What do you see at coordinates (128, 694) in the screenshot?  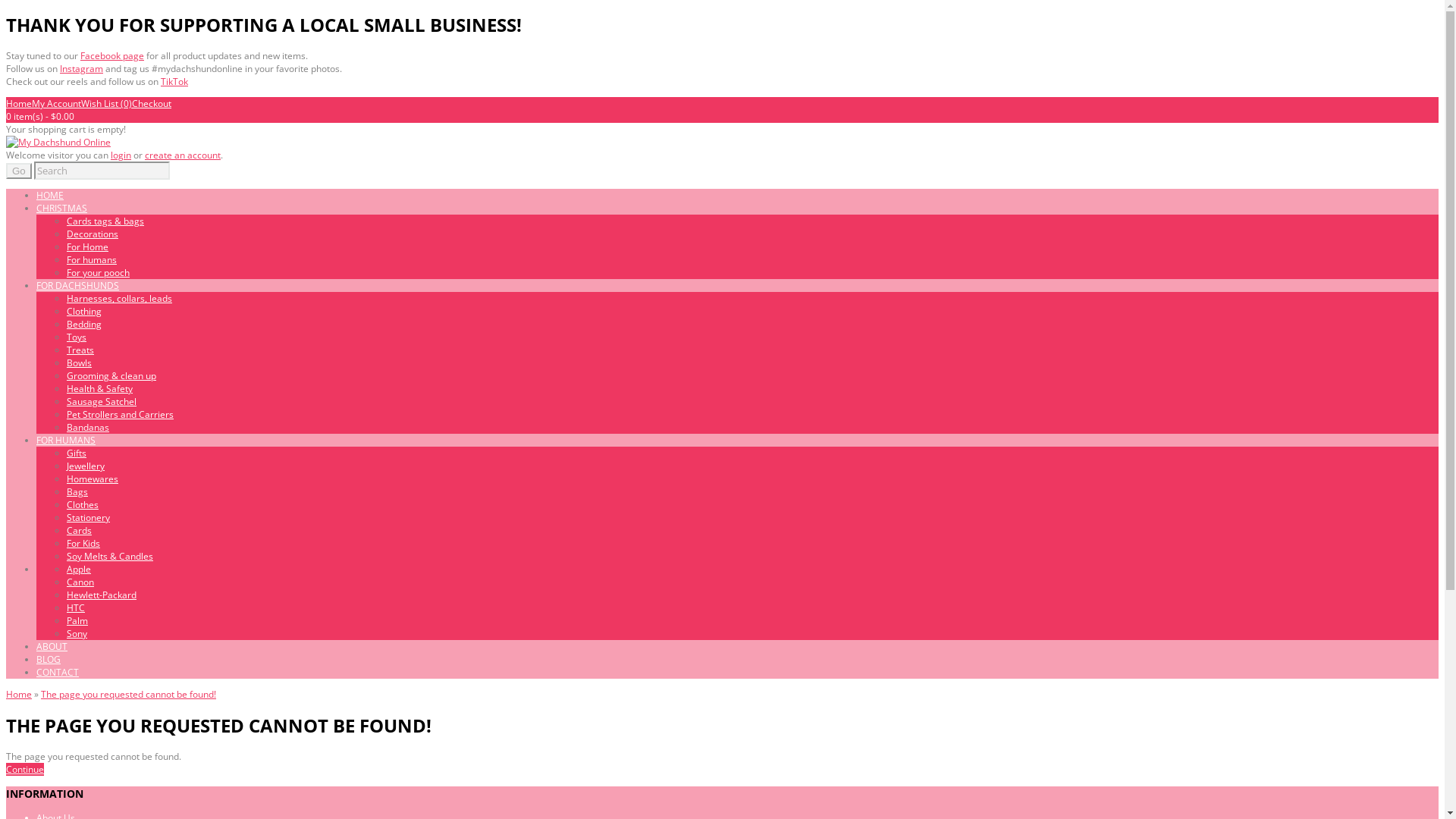 I see `'The page you requested cannot be found!'` at bounding box center [128, 694].